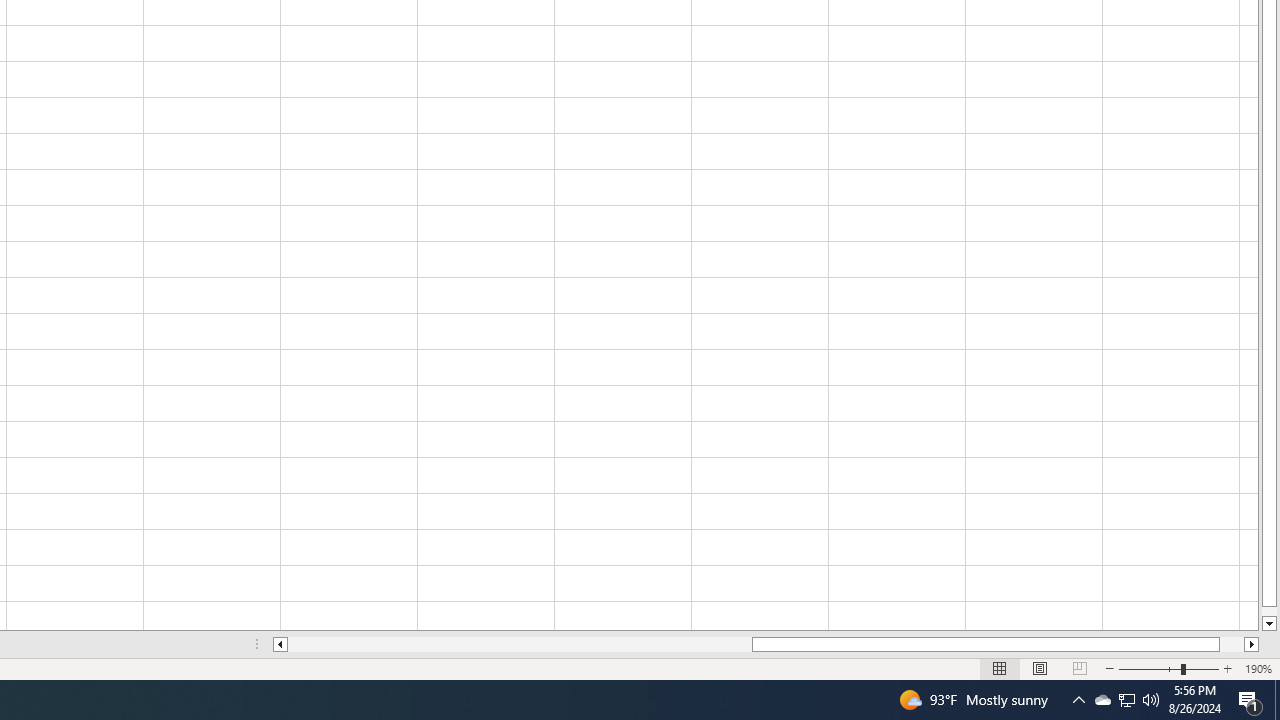 This screenshot has width=1280, height=720. What do you see at coordinates (1231, 644) in the screenshot?
I see `'Page right'` at bounding box center [1231, 644].